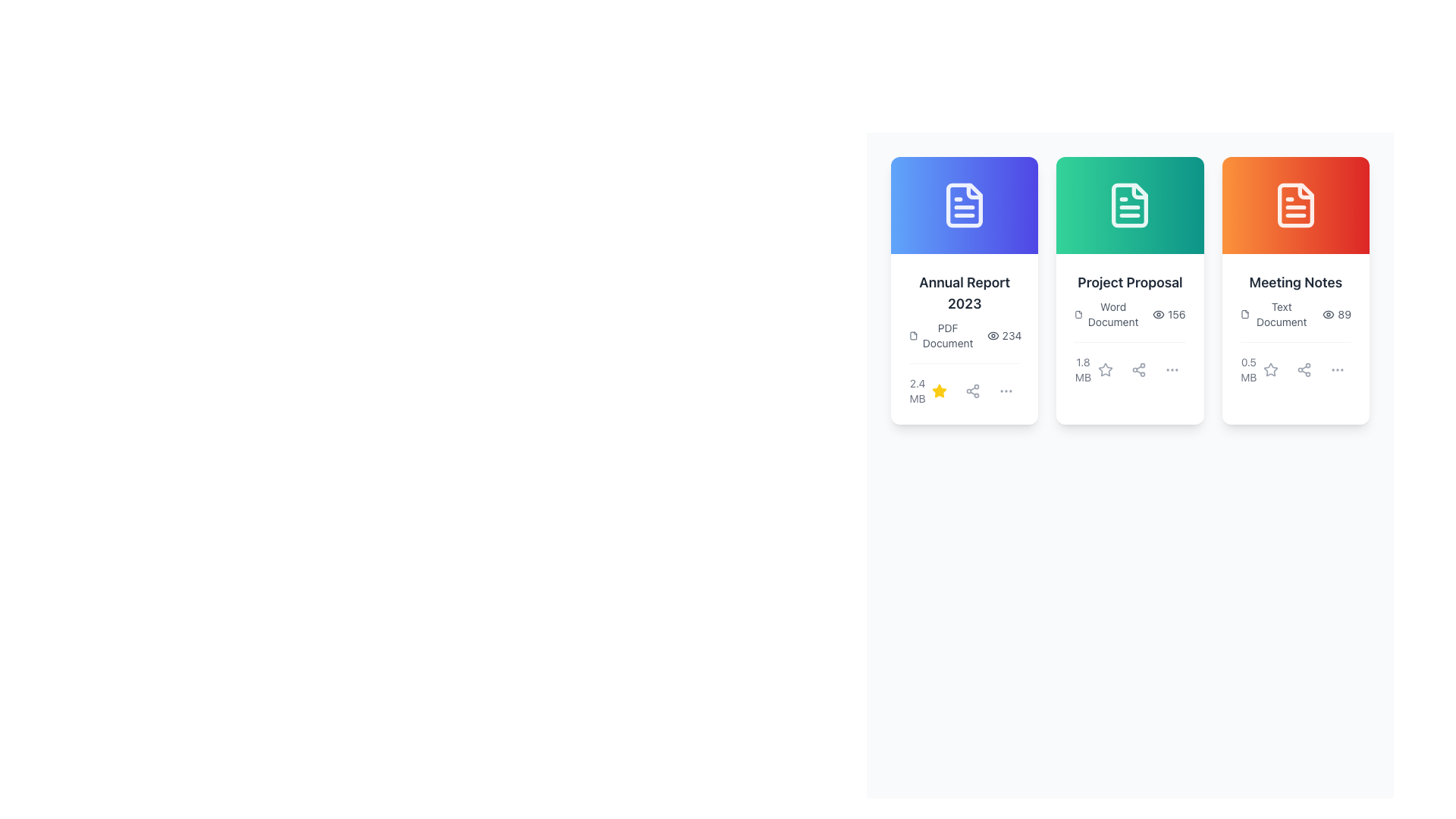 Image resolution: width=1456 pixels, height=819 pixels. Describe the element at coordinates (1294, 283) in the screenshot. I see `the 'Meeting Notes' text label, which is styled in bold, dark gray font and is positioned below an orange icon on the last card of a horizontal list` at that location.